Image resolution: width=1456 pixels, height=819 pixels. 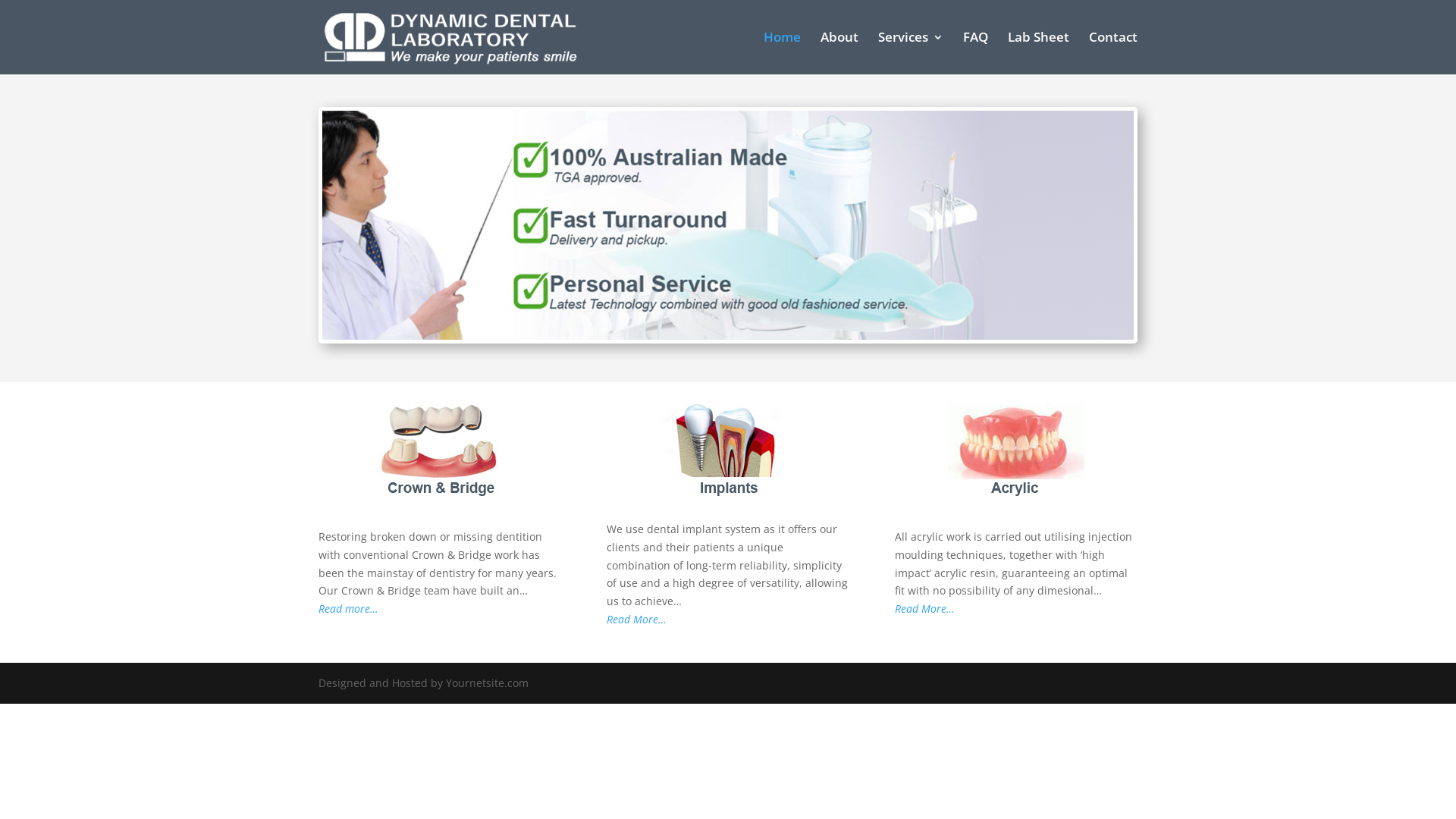 I want to click on 'Contact', so click(x=1113, y=52).